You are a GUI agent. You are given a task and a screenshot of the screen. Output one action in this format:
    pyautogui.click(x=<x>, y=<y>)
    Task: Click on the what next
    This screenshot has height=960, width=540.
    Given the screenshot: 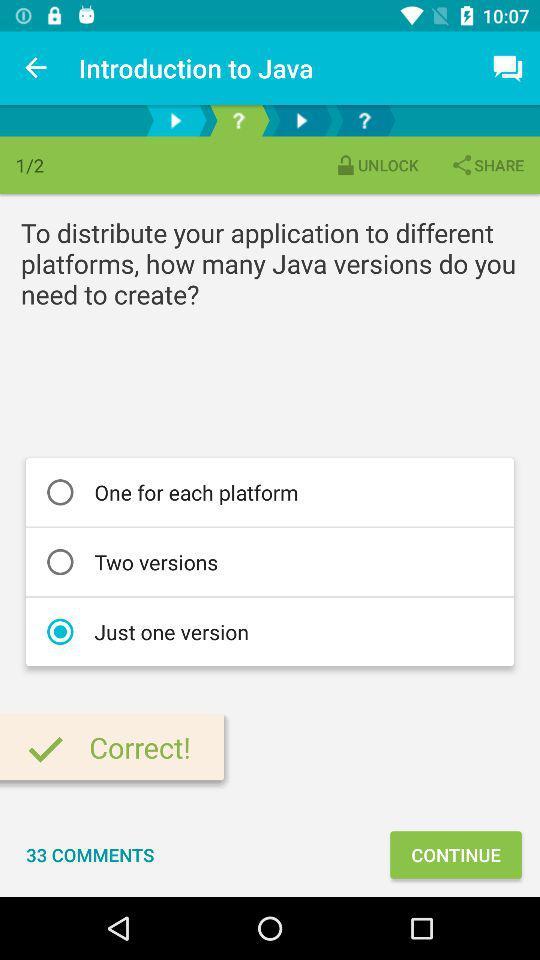 What is the action you would take?
    pyautogui.click(x=363, y=120)
    